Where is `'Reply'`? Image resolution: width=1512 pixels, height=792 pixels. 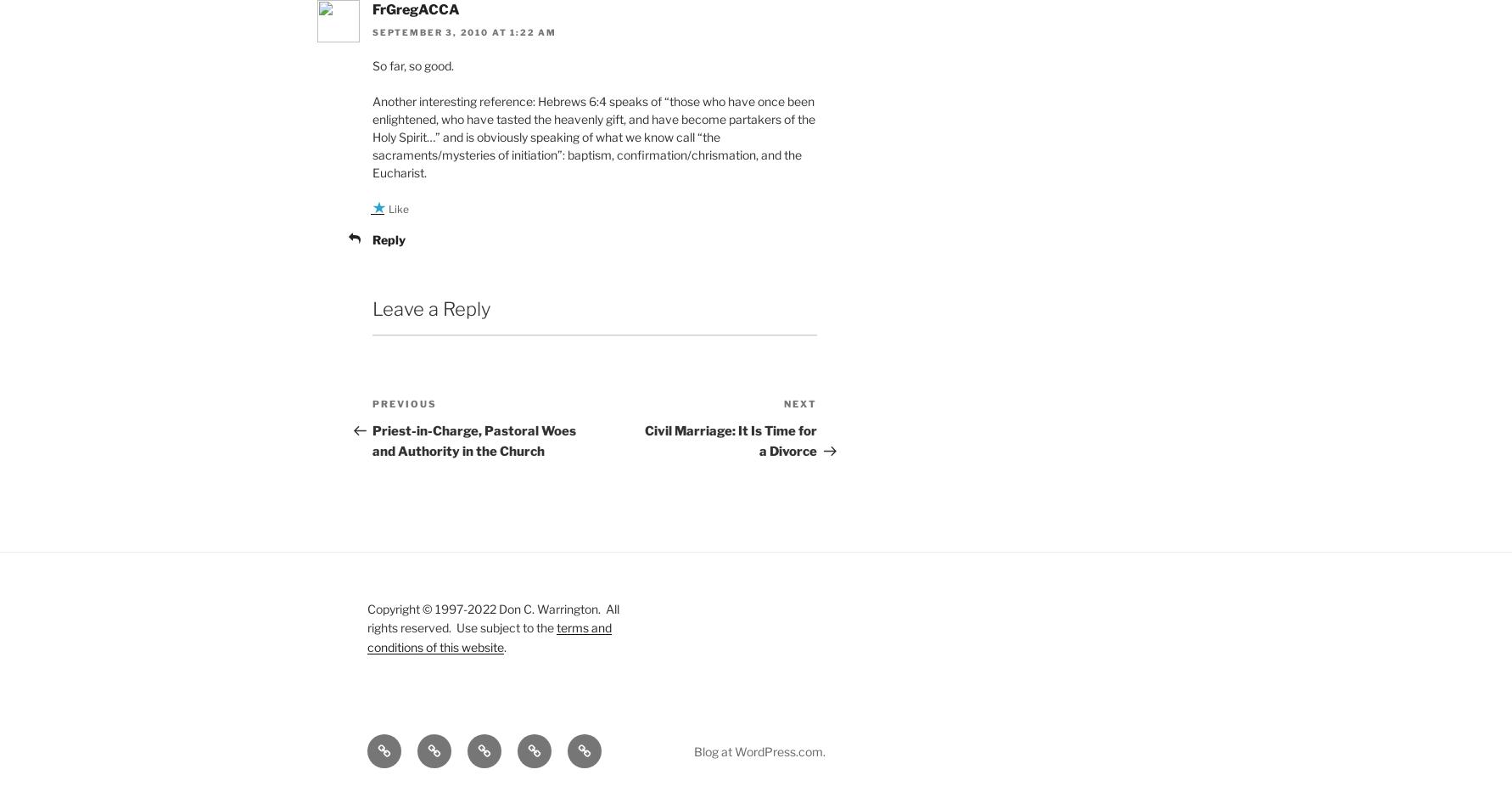
'Reply' is located at coordinates (388, 239).